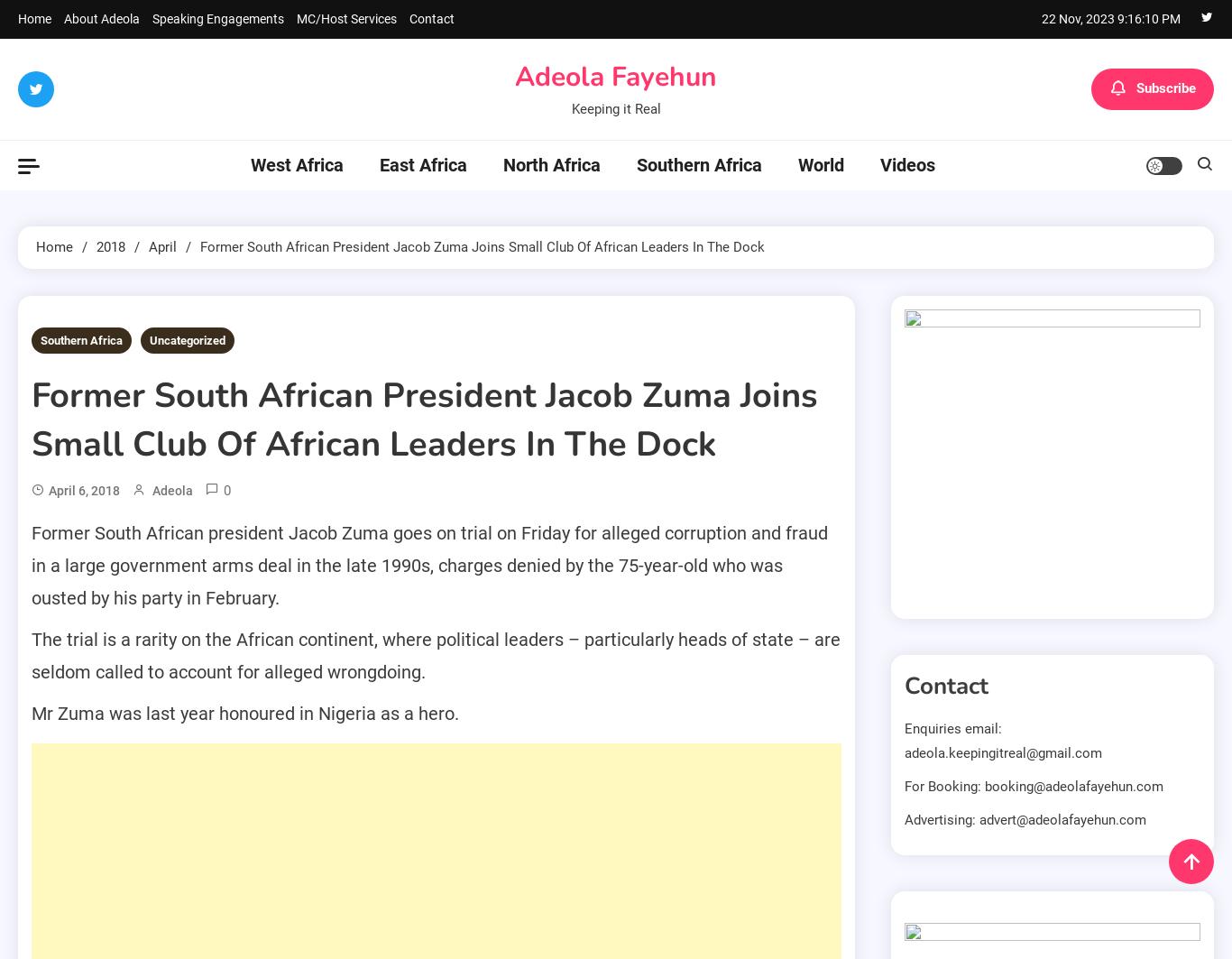 The width and height of the screenshot is (1232, 959). Describe the element at coordinates (432, 19) in the screenshot. I see `'Contact'` at that location.